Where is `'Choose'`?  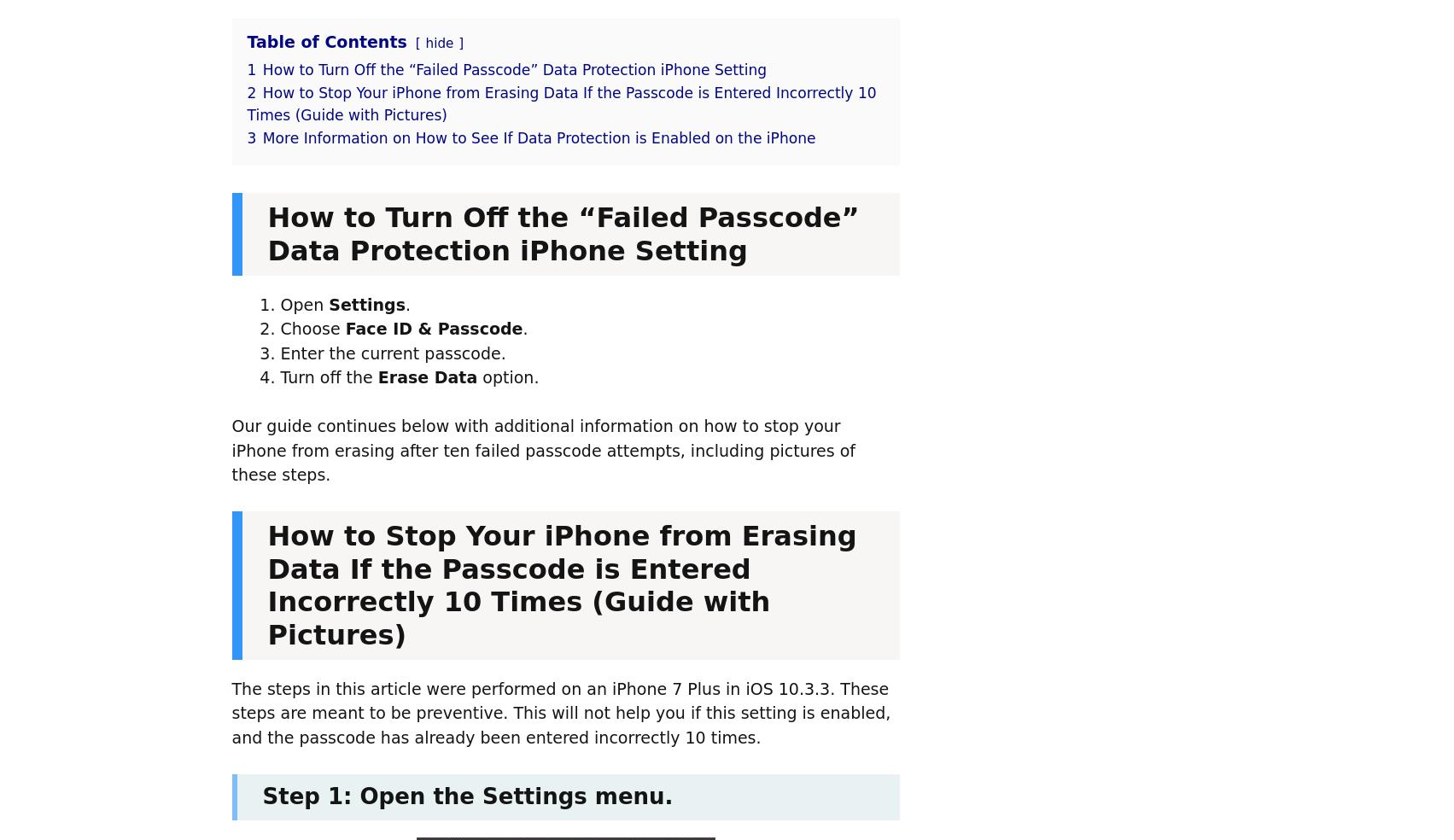 'Choose' is located at coordinates (312, 329).